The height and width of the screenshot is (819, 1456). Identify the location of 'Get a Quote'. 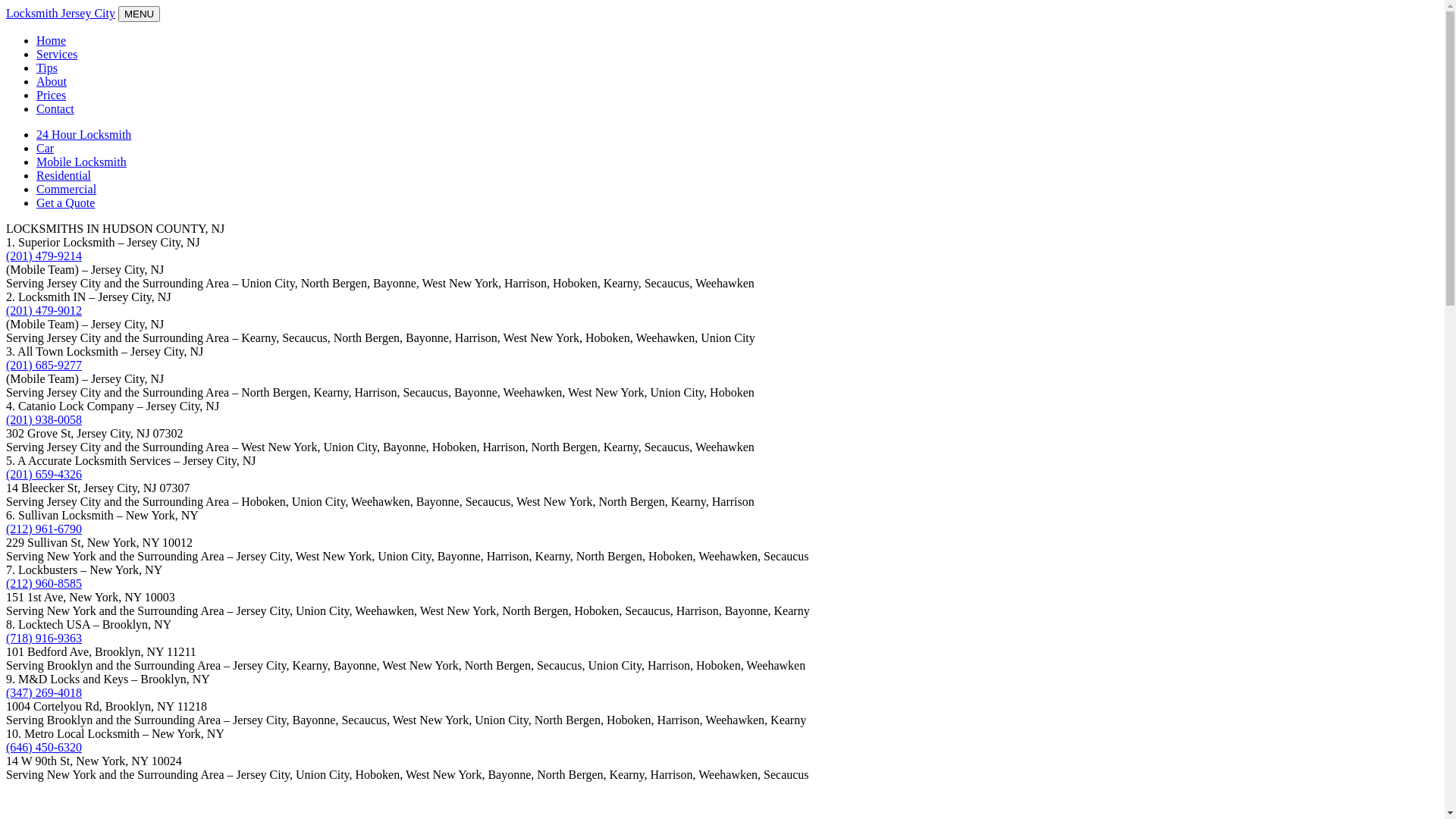
(64, 202).